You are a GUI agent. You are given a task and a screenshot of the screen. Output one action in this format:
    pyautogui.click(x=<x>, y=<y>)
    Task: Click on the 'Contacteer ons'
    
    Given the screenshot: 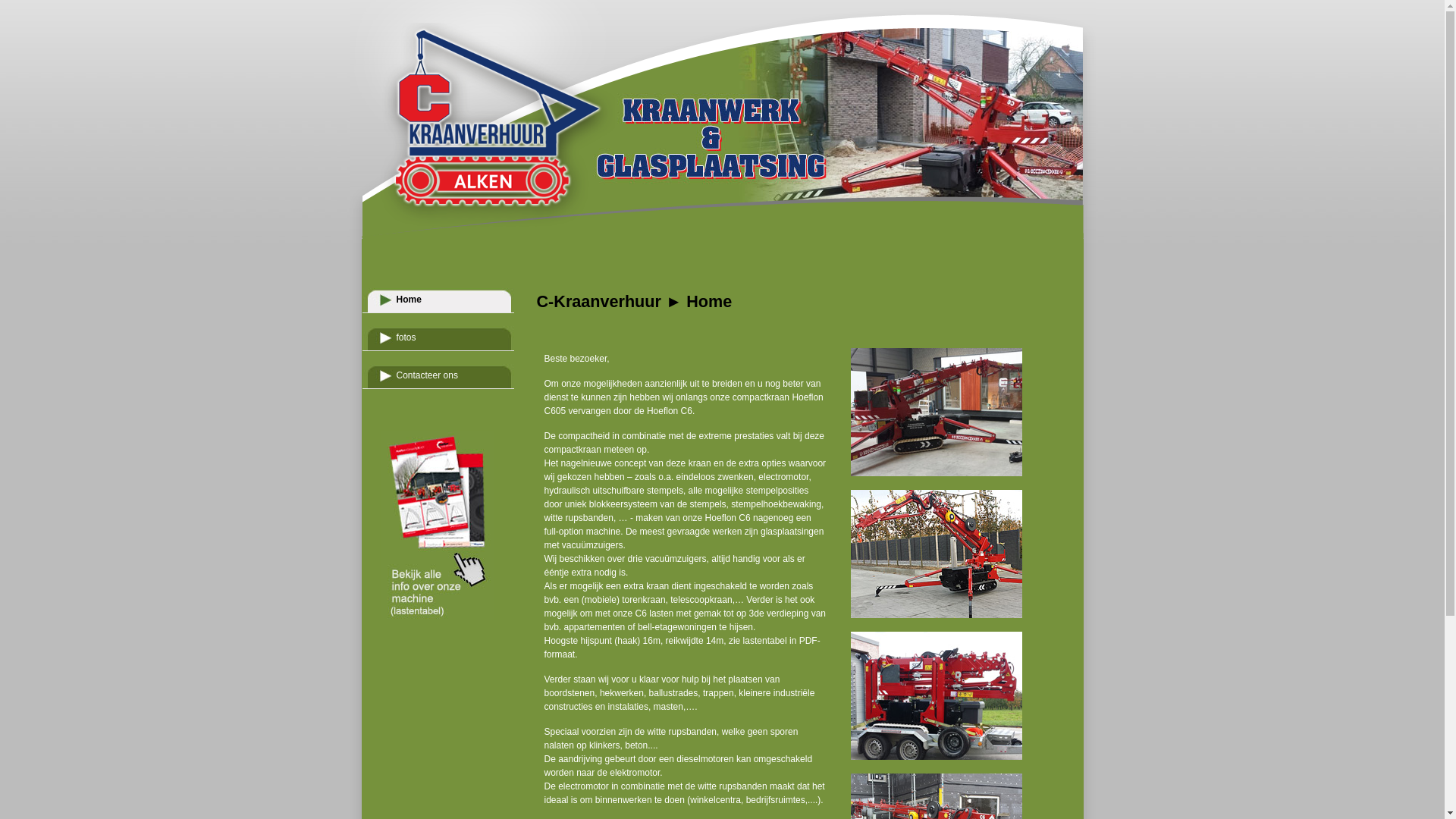 What is the action you would take?
    pyautogui.click(x=437, y=375)
    